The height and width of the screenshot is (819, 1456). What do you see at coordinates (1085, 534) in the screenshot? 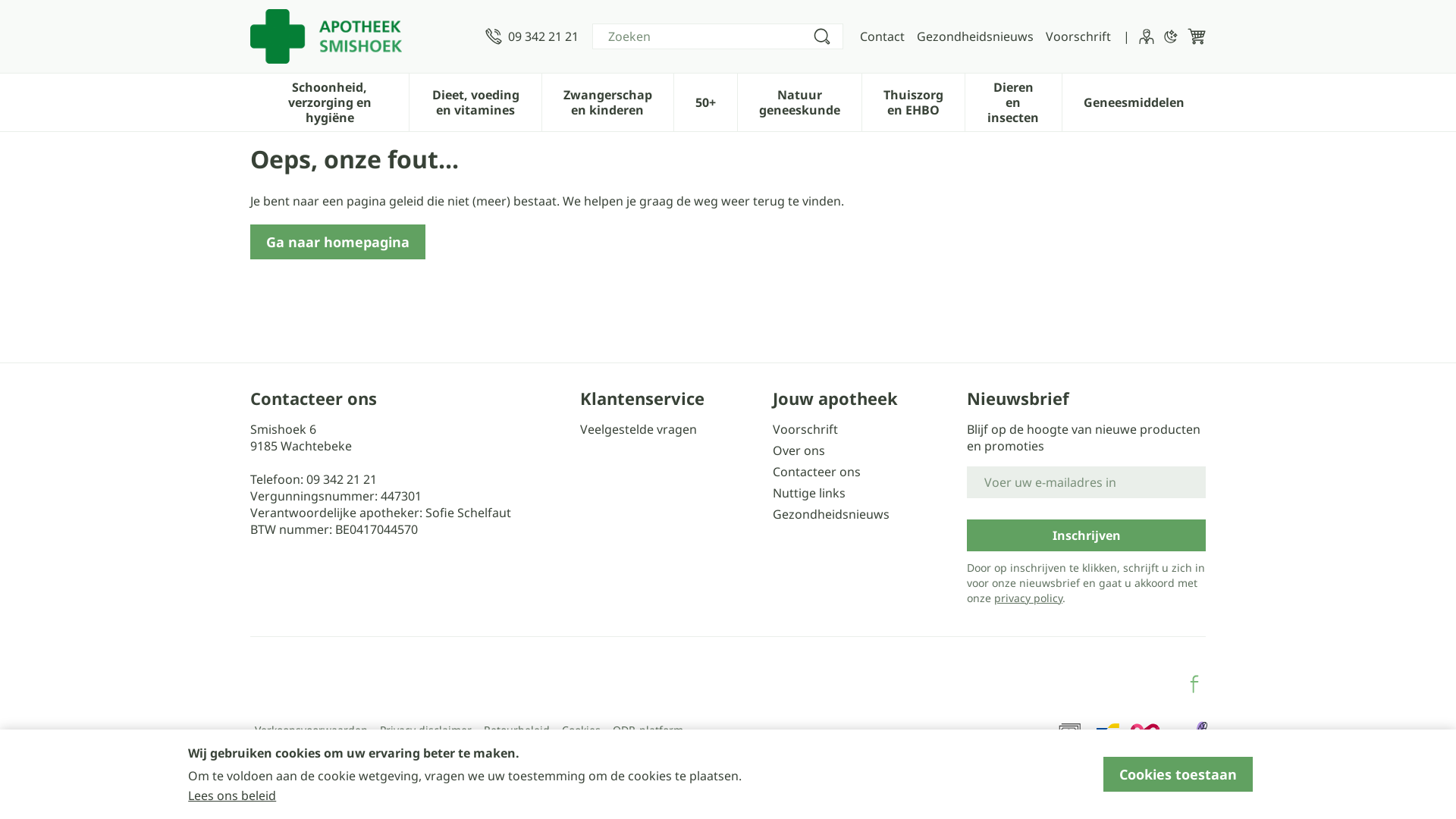
I see `'Inschrijven'` at bounding box center [1085, 534].